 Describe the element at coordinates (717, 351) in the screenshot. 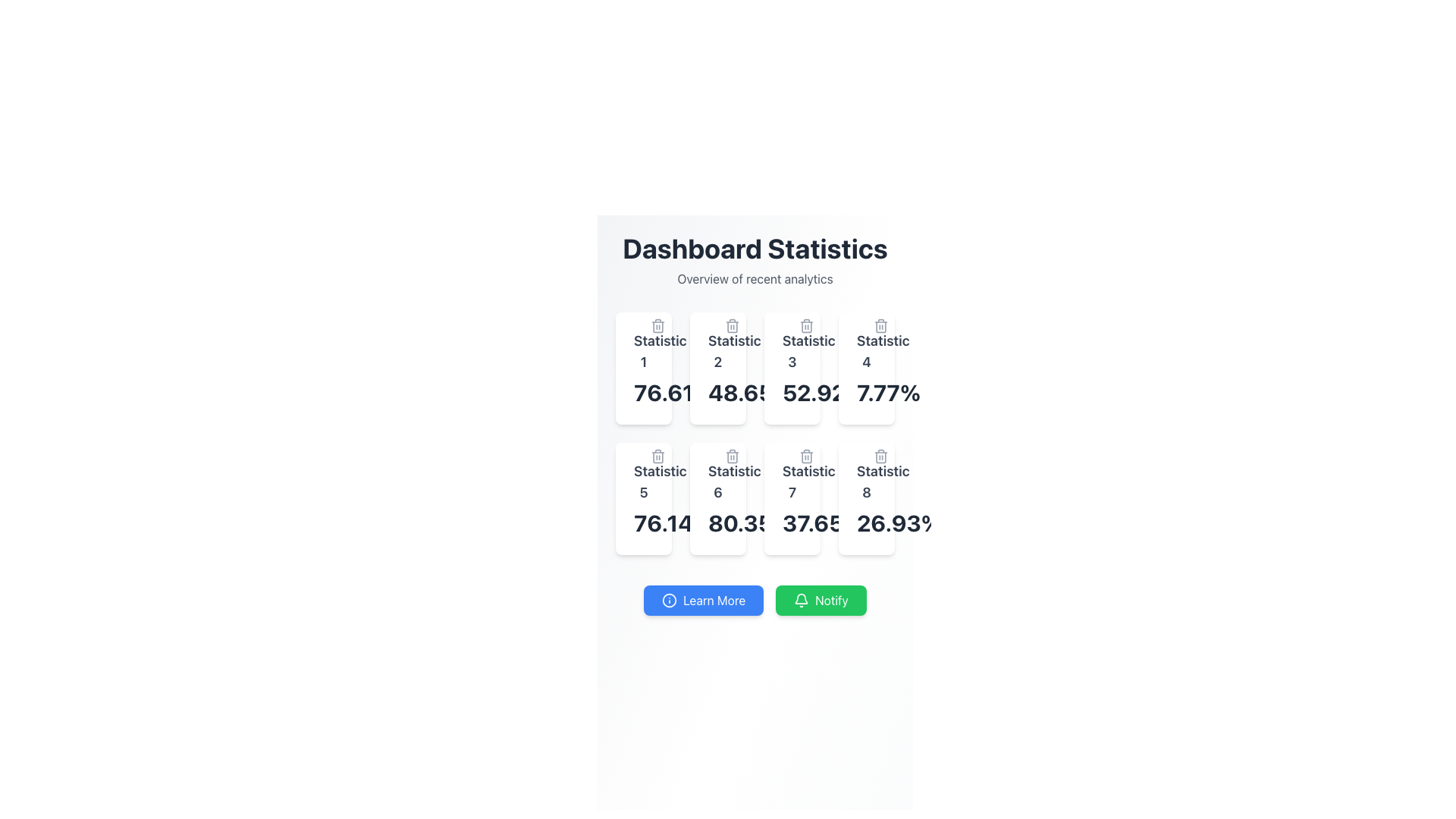

I see `the Text label in the second card of the grid layout that indicates the context or category of the statistical data, positioned directly above the text '48.65%'` at that location.